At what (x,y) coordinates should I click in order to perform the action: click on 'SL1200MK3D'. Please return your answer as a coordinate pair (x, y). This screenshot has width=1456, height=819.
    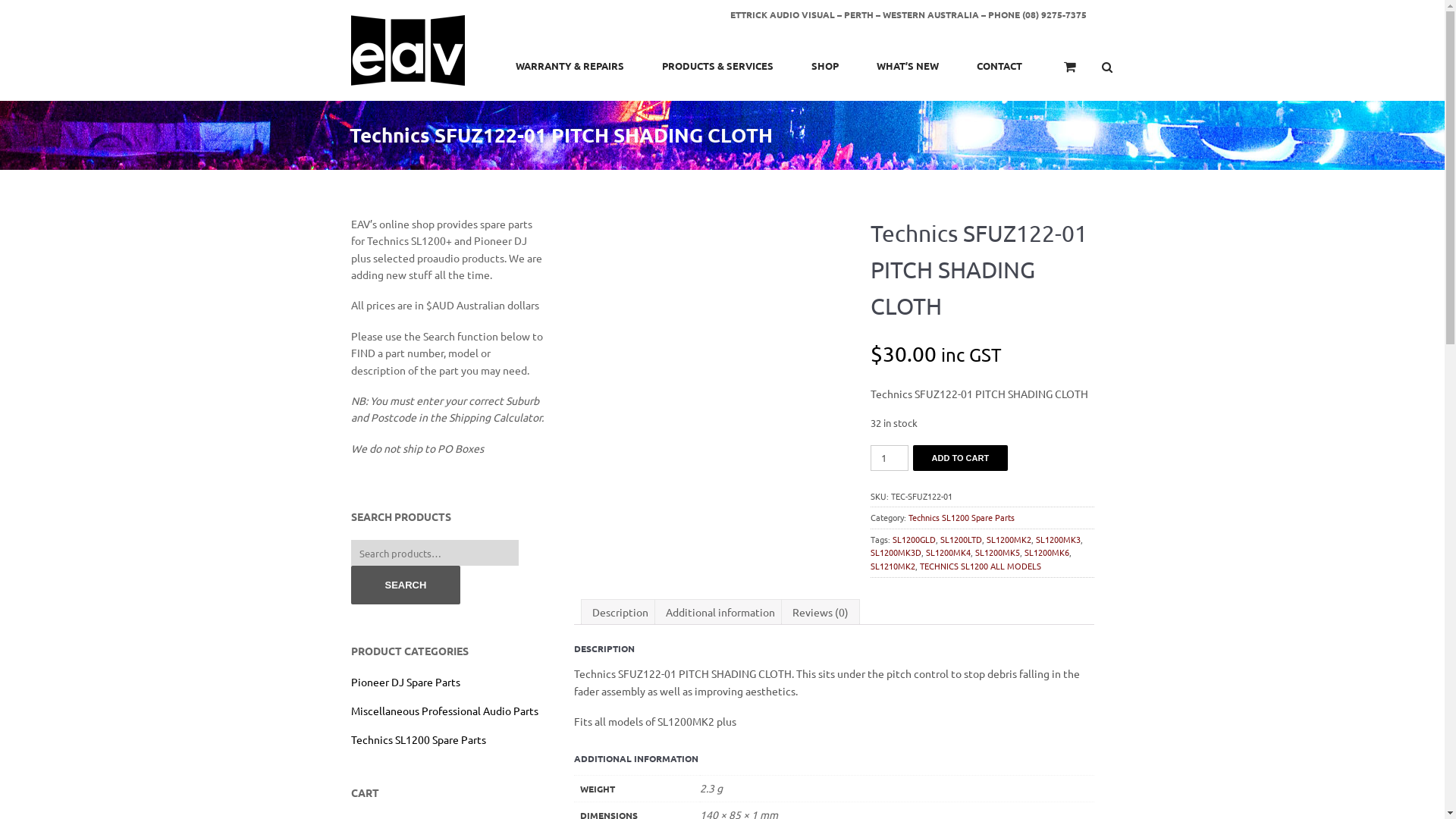
    Looking at the image, I should click on (896, 552).